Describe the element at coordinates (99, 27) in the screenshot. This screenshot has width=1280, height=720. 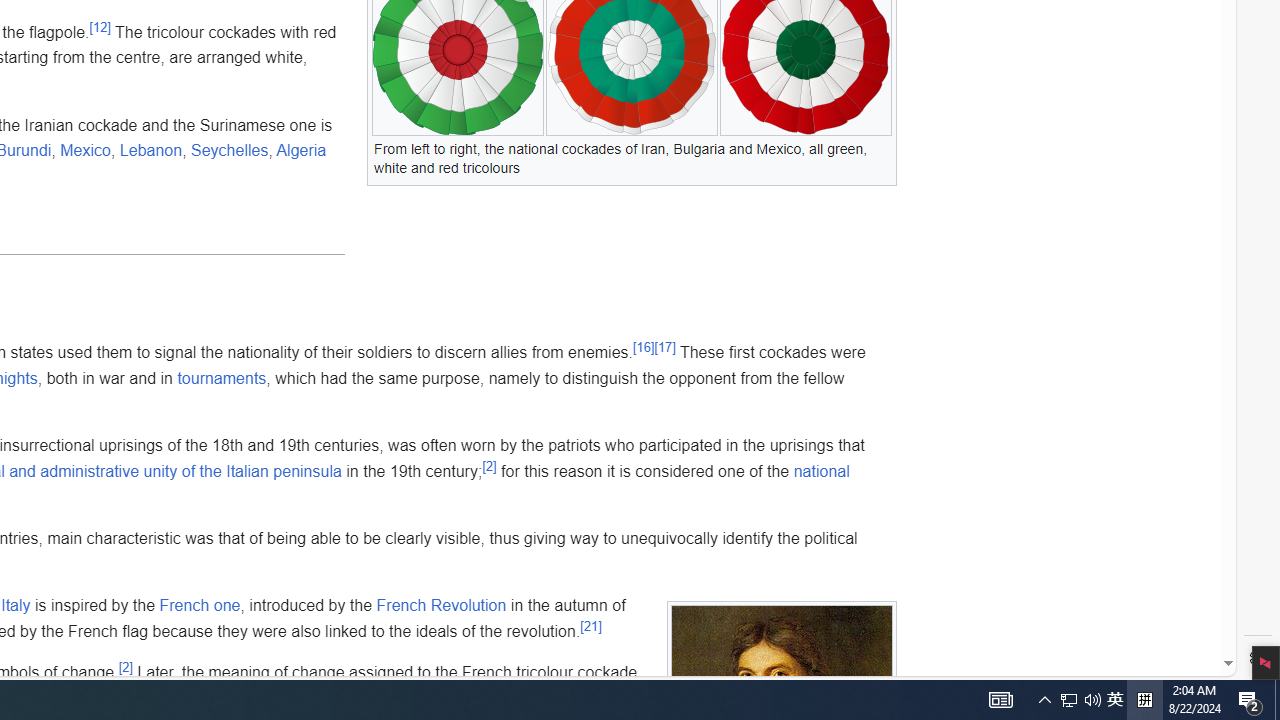
I see `'[12]'` at that location.